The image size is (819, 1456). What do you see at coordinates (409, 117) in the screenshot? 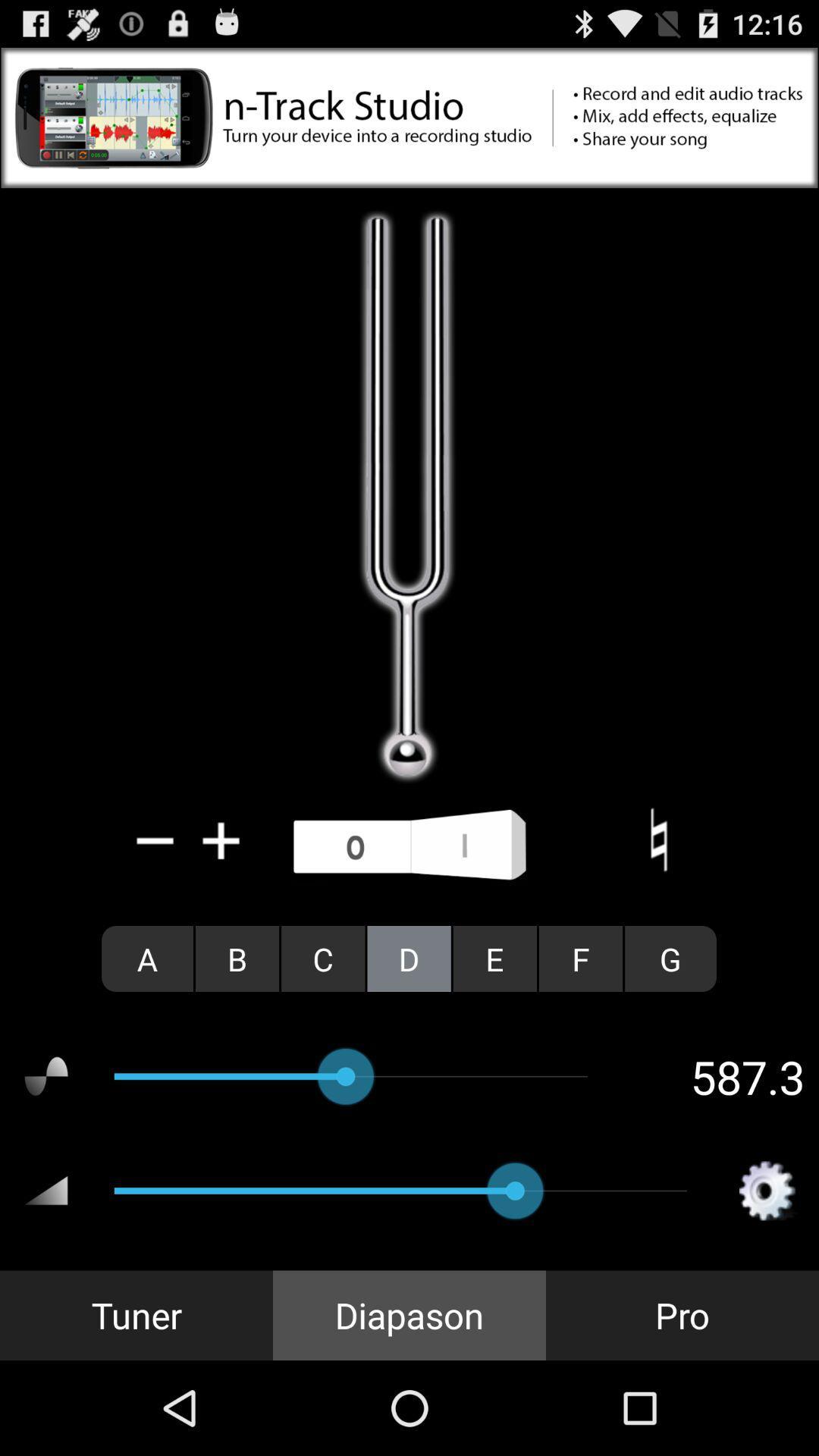
I see `open advertisement` at bounding box center [409, 117].